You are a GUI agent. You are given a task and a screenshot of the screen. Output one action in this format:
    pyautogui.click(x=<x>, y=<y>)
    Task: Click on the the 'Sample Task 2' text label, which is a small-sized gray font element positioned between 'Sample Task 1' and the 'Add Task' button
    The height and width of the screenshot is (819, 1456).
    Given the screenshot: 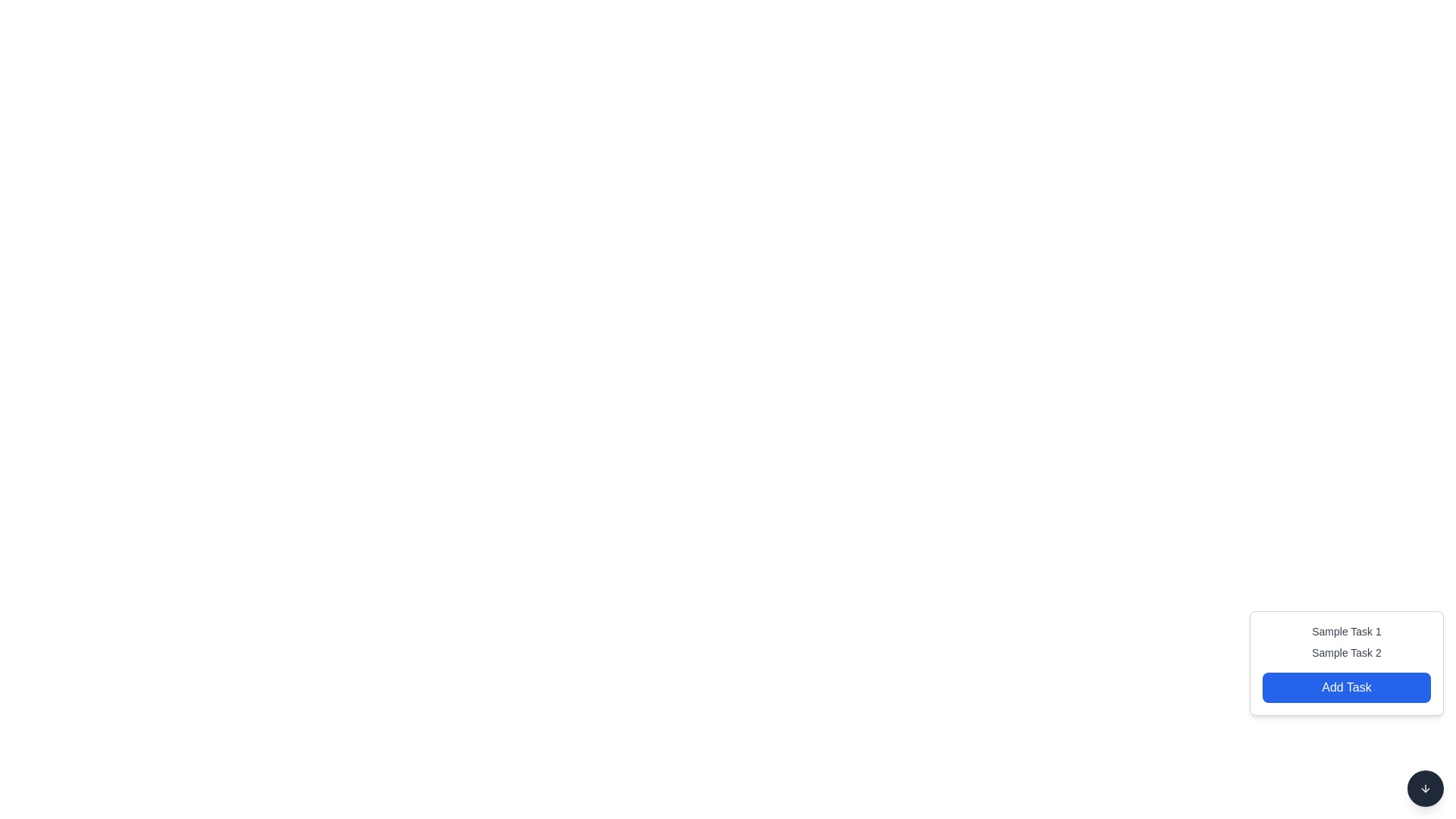 What is the action you would take?
    pyautogui.click(x=1347, y=651)
    